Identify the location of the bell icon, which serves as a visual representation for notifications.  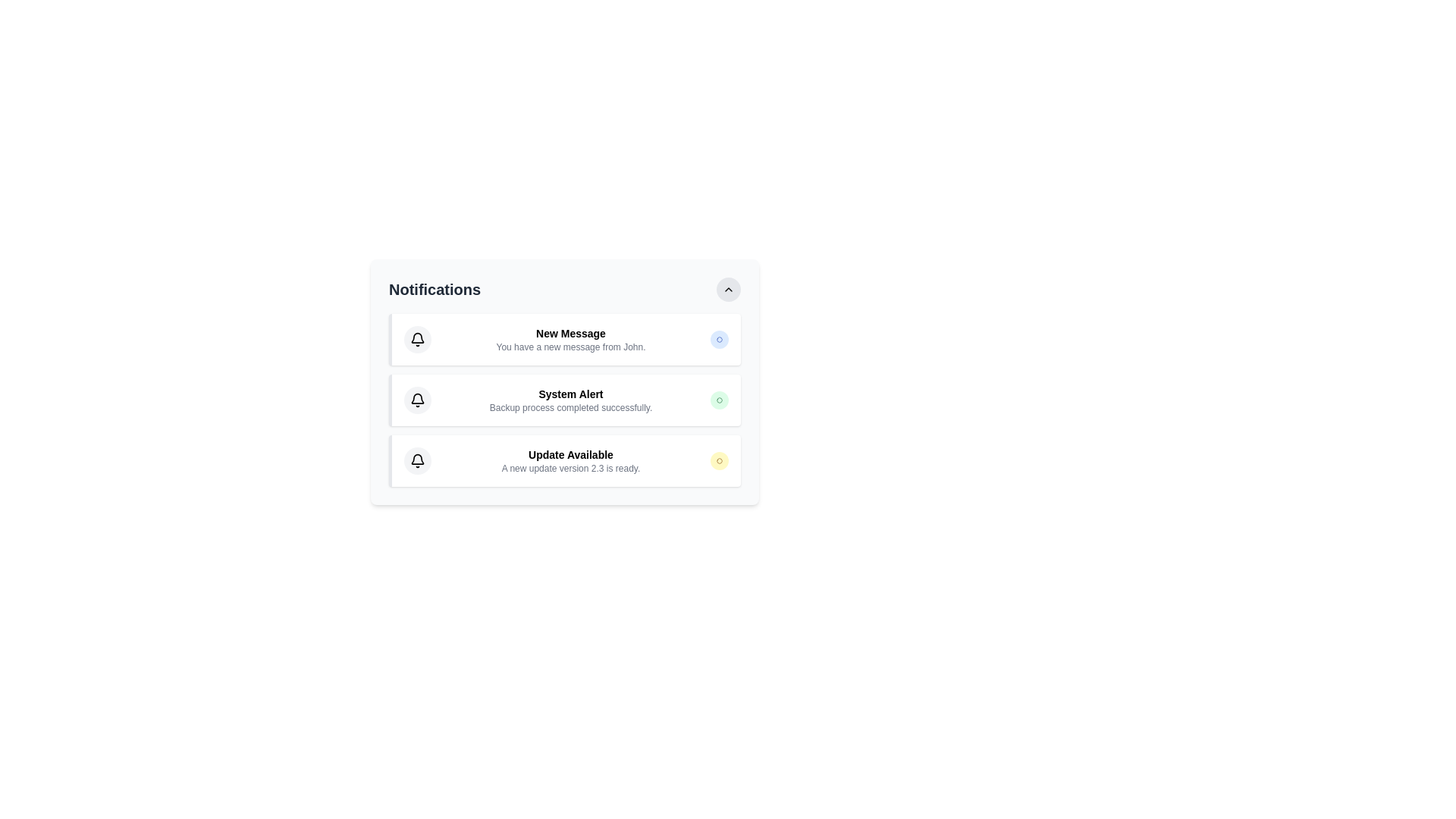
(418, 400).